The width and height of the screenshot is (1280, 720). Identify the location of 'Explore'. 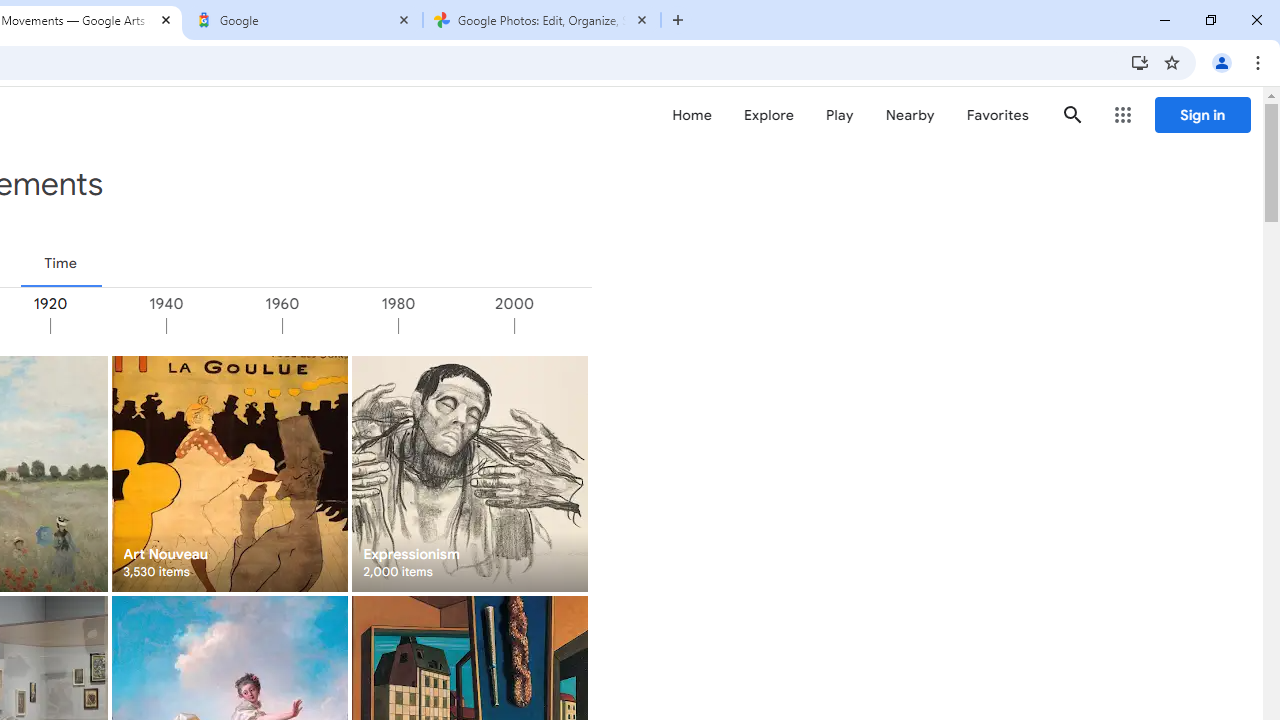
(767, 115).